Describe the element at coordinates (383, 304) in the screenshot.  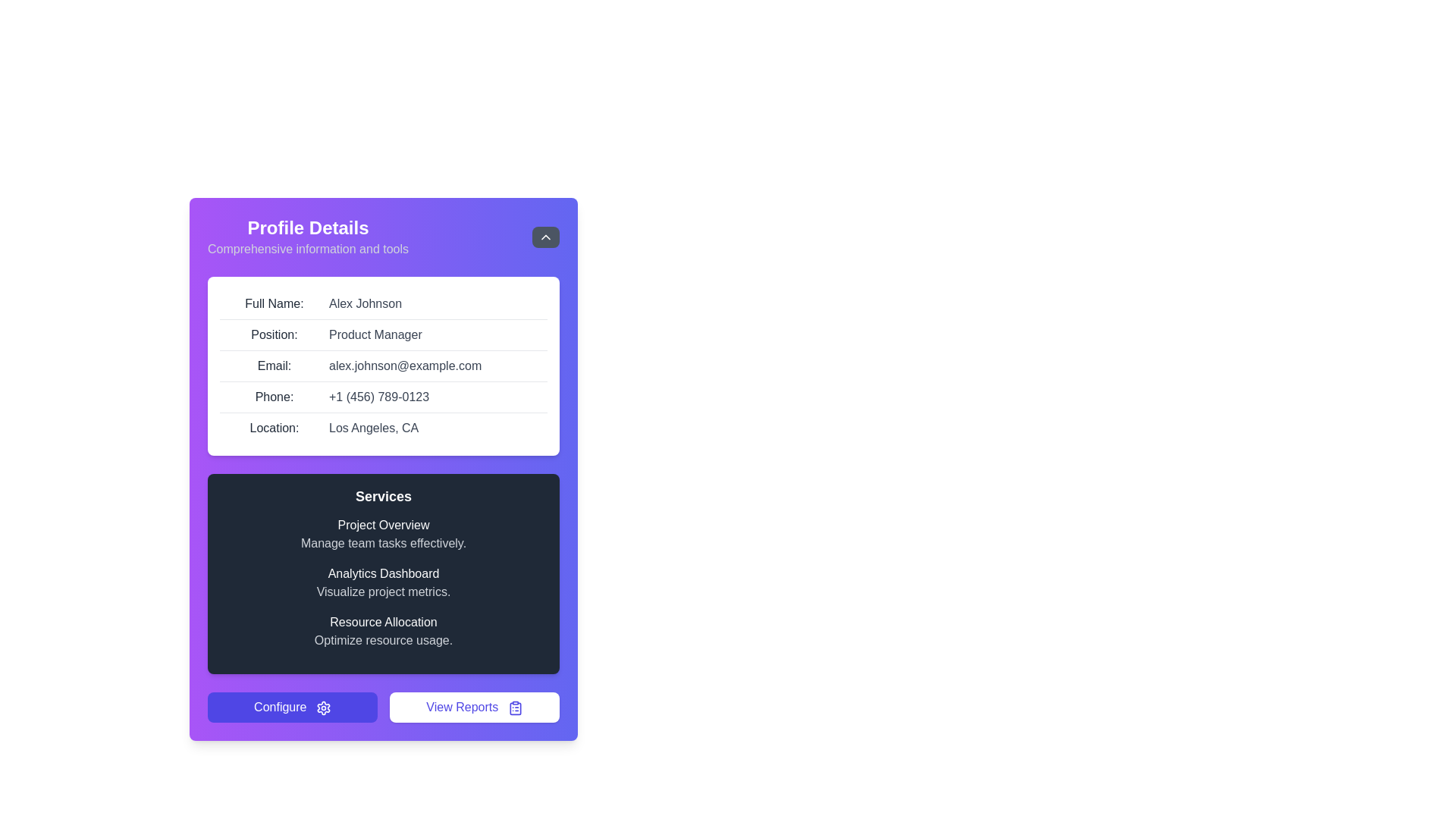
I see `the text display element showing 'Full Name: Alex Johnson'` at that location.